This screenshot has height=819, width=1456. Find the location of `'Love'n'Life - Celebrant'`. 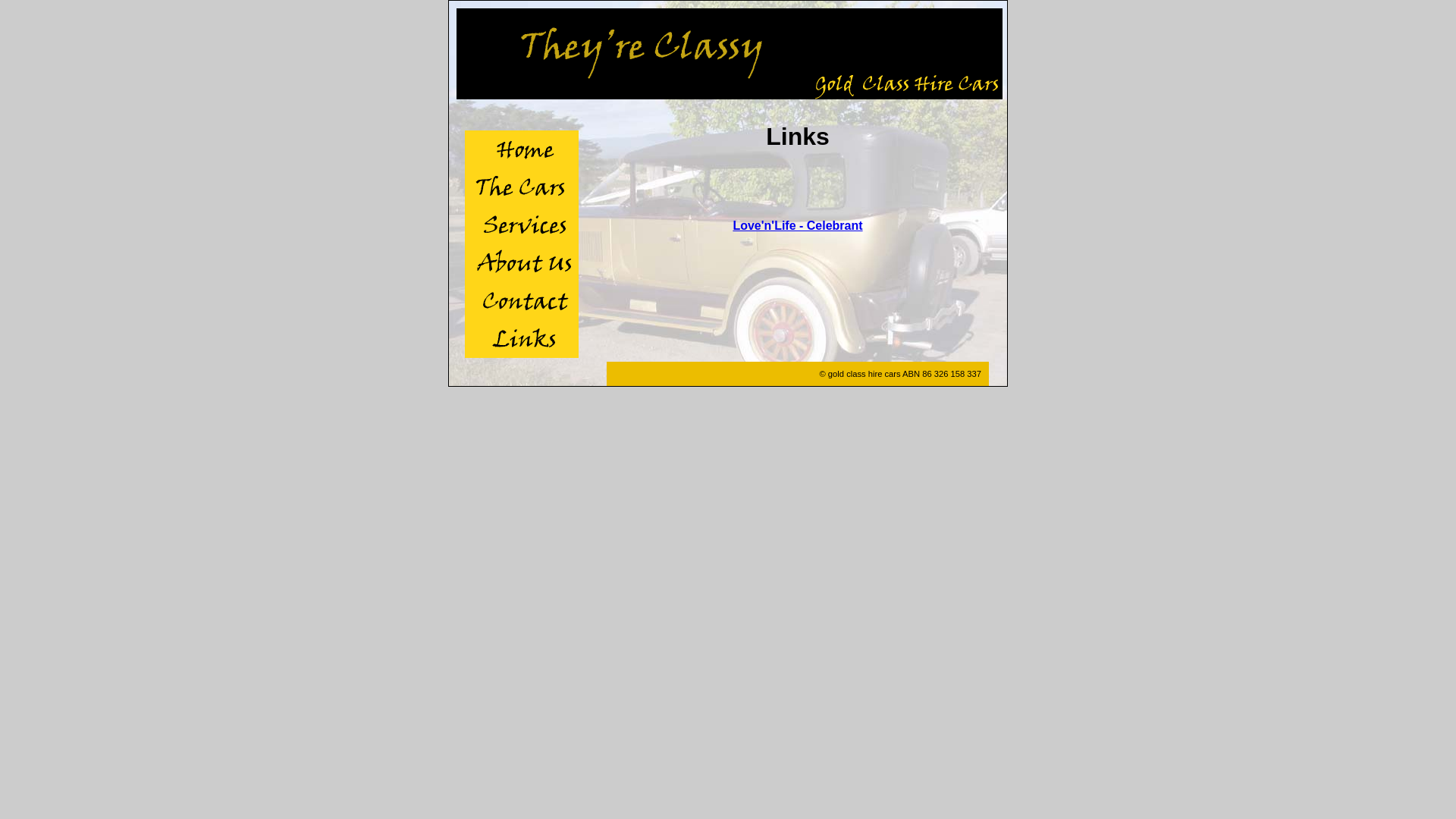

'Love'n'Life - Celebrant' is located at coordinates (796, 225).